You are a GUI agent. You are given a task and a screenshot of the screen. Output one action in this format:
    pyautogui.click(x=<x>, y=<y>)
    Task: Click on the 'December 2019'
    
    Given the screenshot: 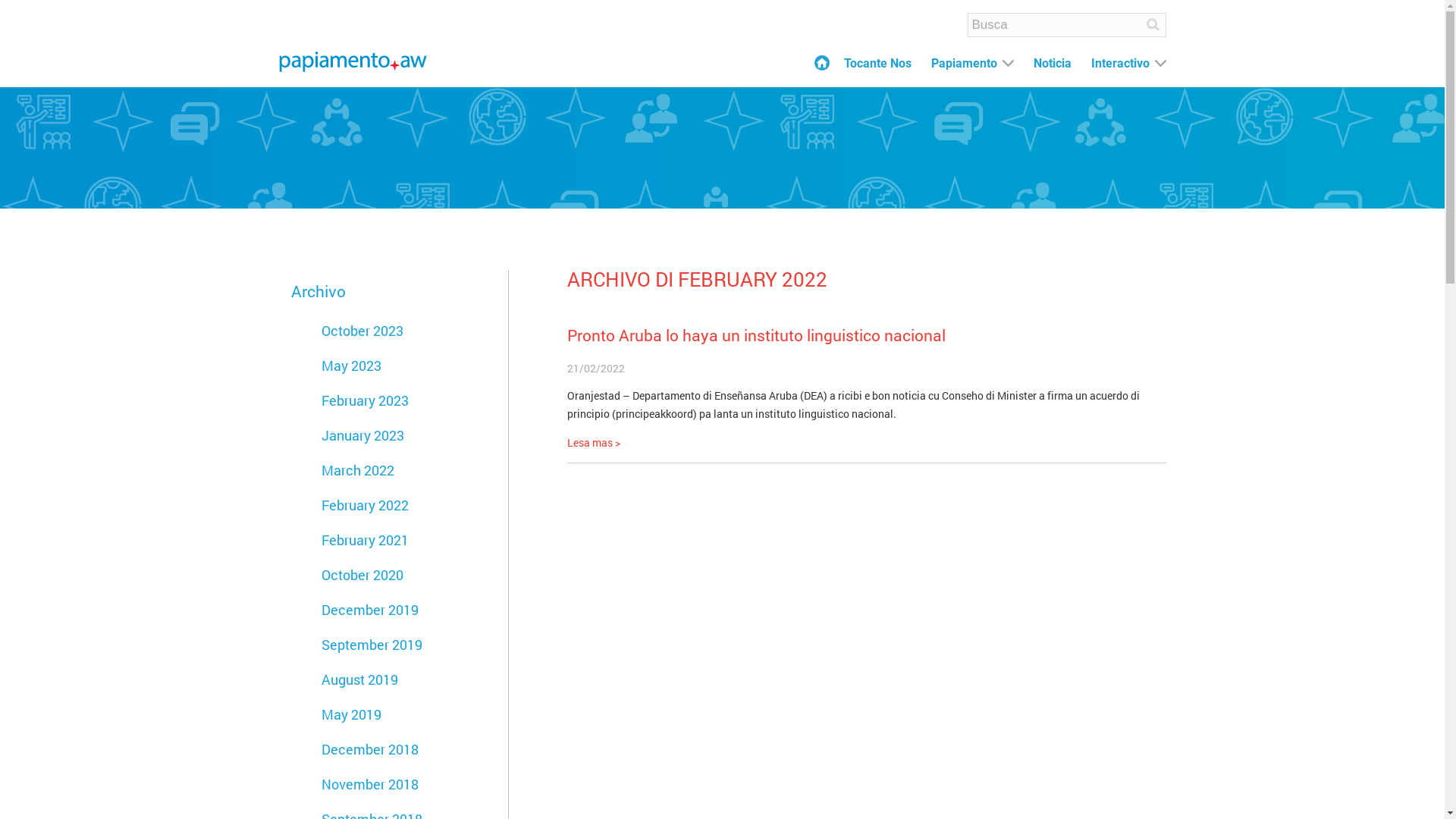 What is the action you would take?
    pyautogui.click(x=320, y=608)
    